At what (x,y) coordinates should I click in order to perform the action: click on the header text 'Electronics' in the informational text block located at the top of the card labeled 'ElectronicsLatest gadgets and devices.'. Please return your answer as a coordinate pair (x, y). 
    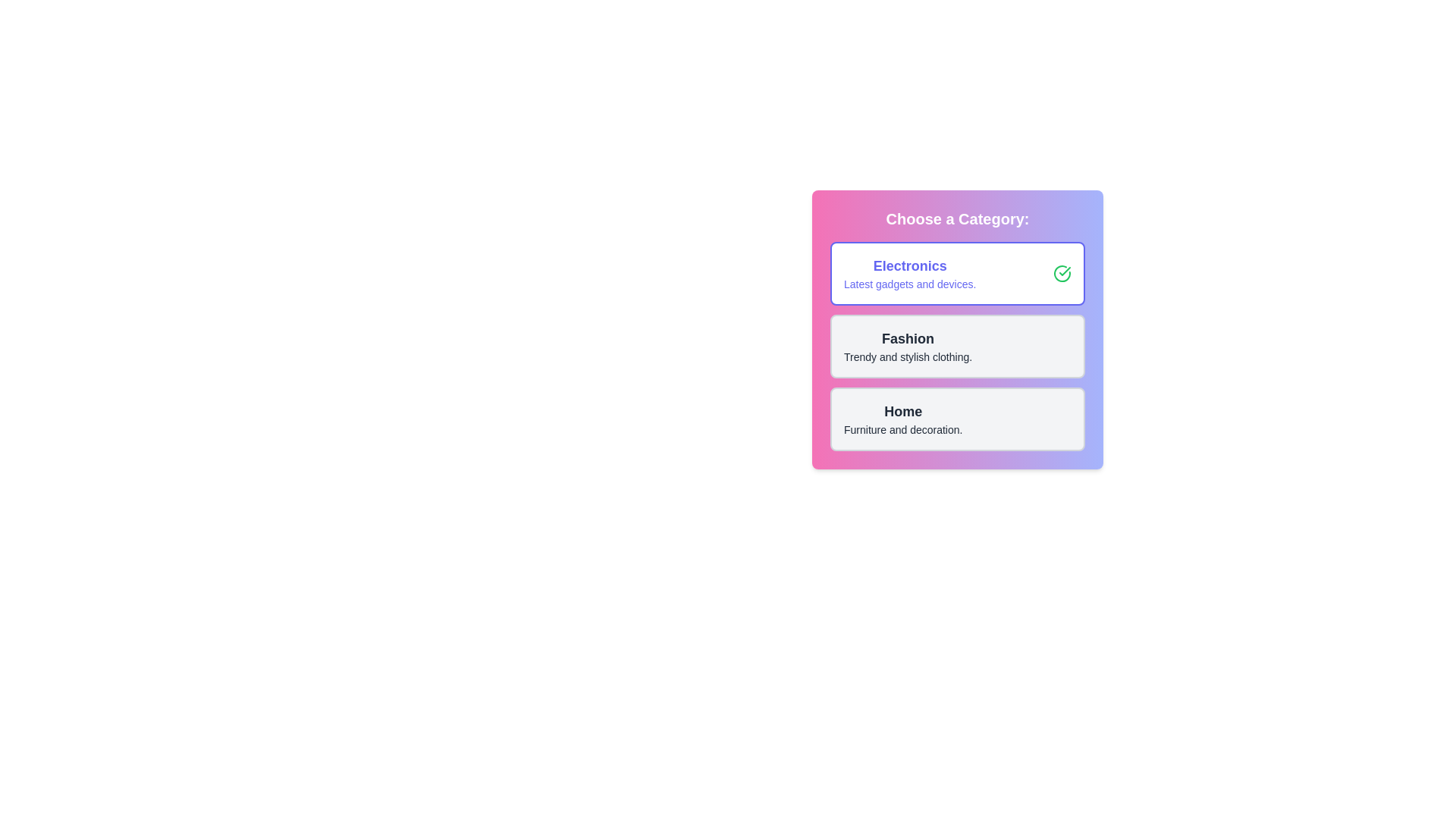
    Looking at the image, I should click on (910, 274).